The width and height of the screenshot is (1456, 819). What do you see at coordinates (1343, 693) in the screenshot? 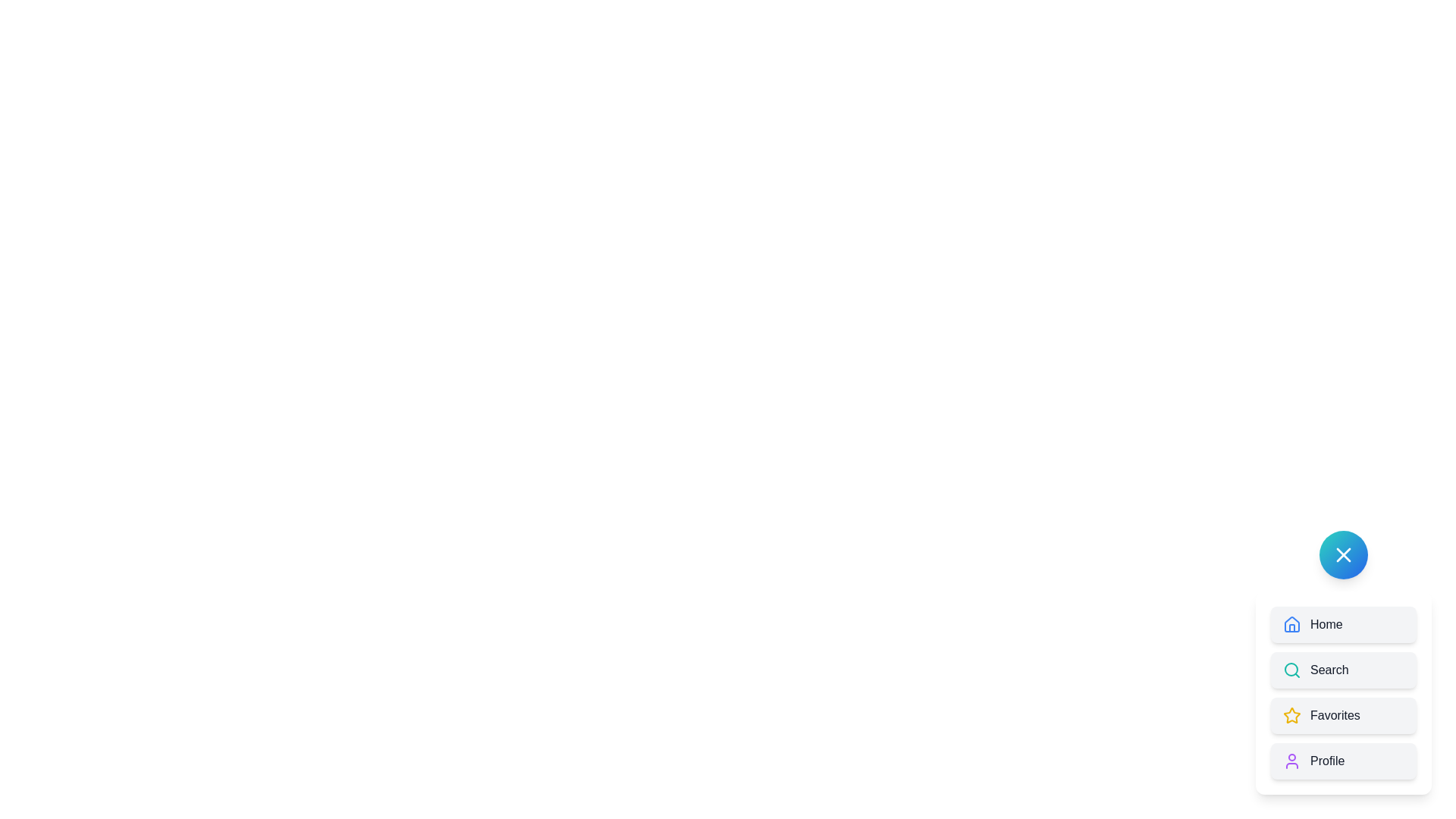
I see `the 'Favorites' button, the third item in the vertical menu located in the bottom-right corner of the interface, to observe hover effects` at bounding box center [1343, 693].